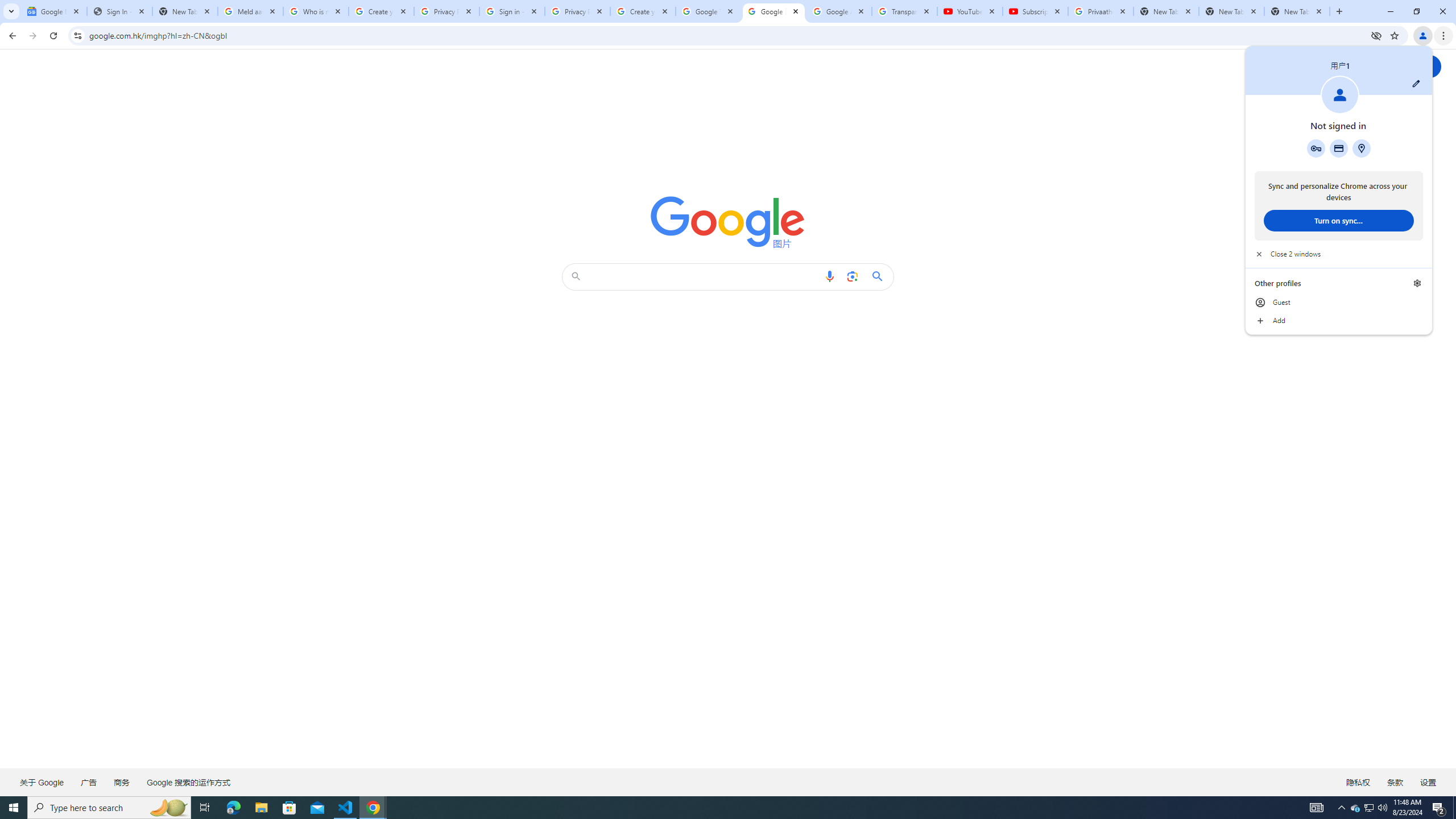  I want to click on 'Close 2 windows', so click(1338, 254).